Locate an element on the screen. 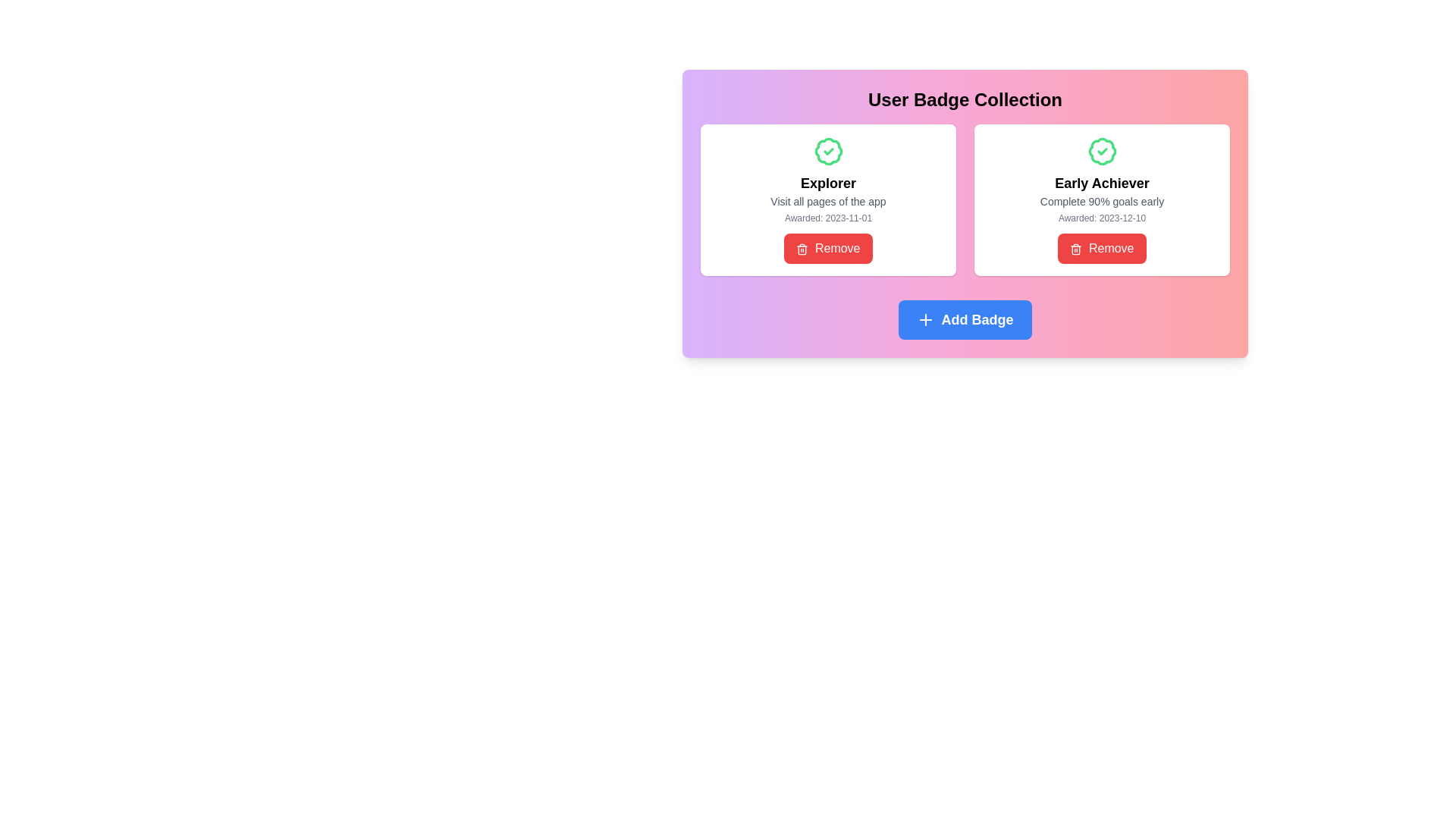 This screenshot has width=1456, height=819. the circular badge-like icon with a green outline and a green checkmark, which is centered above the 'Early Achiever' badge text is located at coordinates (1102, 152).